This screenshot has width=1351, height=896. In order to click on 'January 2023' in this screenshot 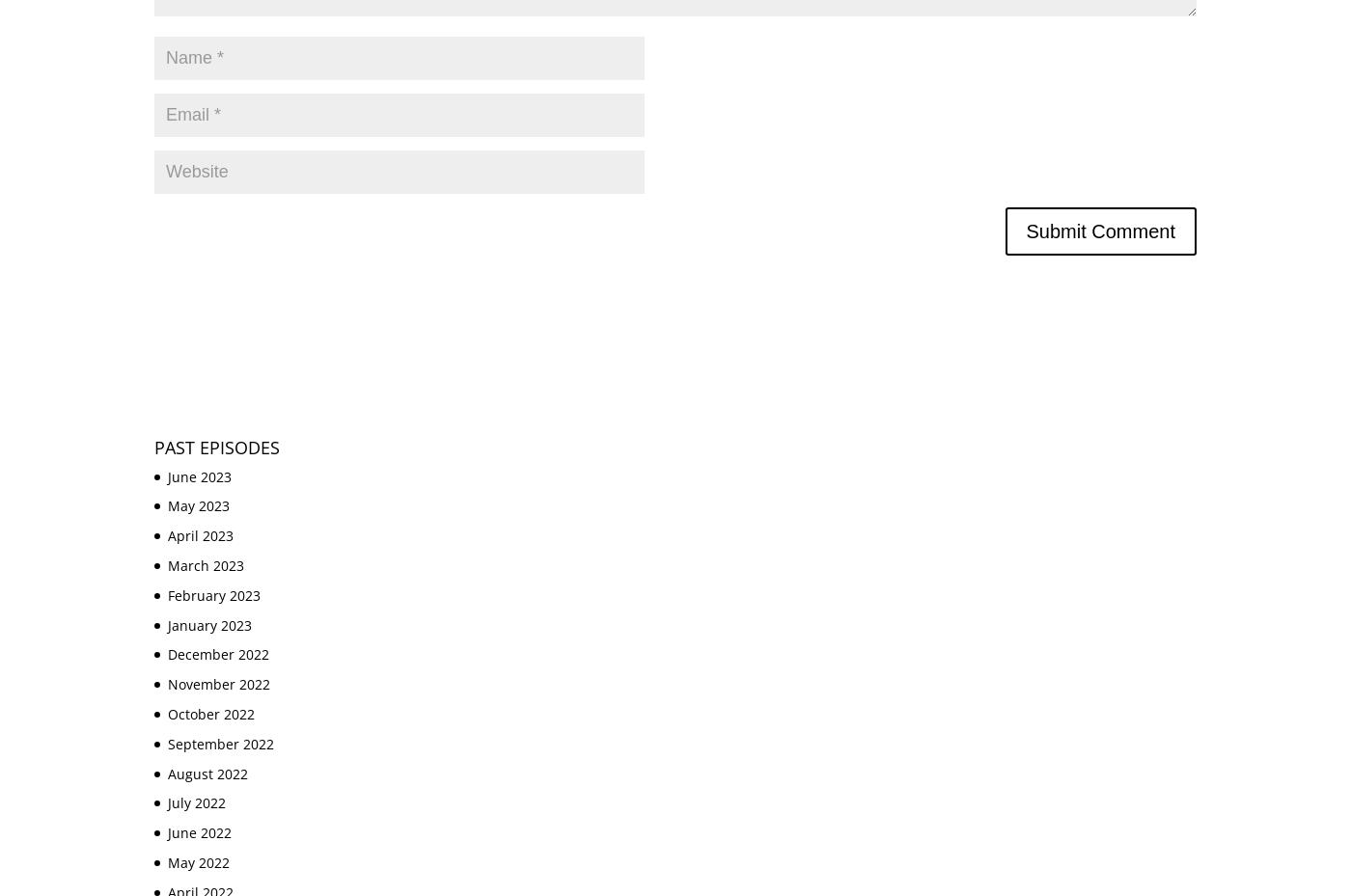, I will do `click(209, 623)`.